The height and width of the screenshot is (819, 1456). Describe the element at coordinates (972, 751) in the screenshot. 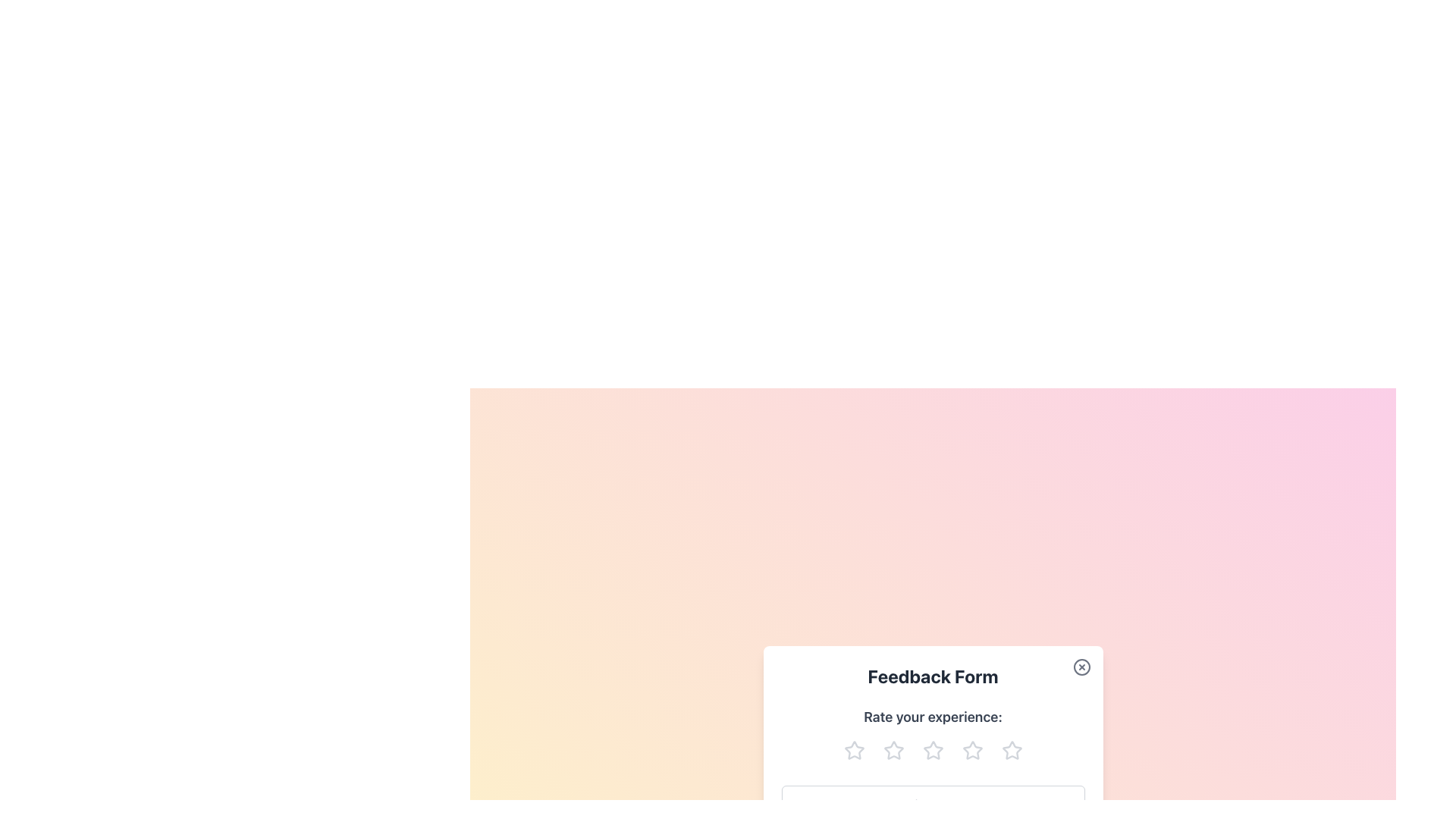

I see `the fifth graphical star icon in the rating scale` at that location.